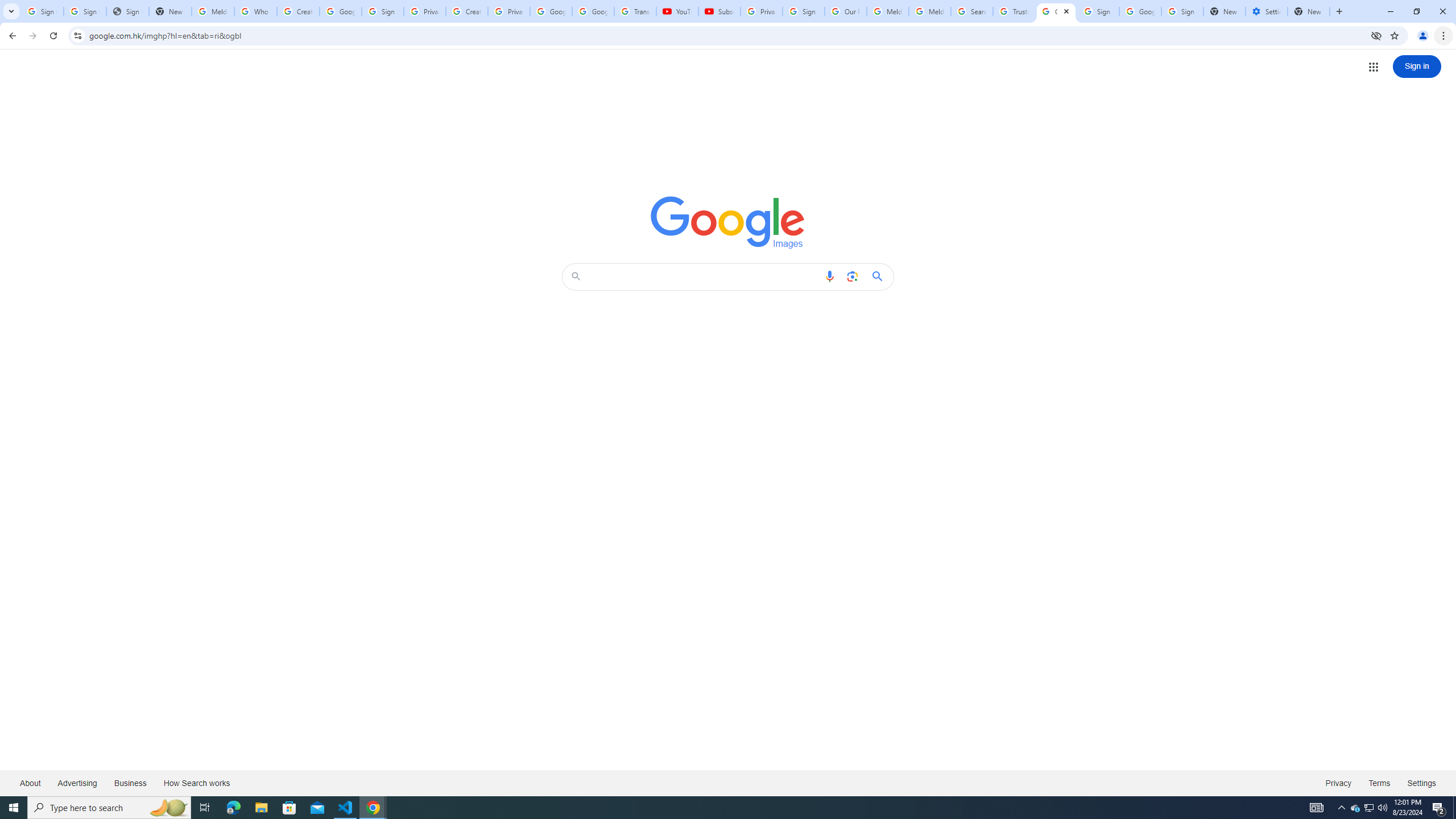 The height and width of the screenshot is (819, 1456). Describe the element at coordinates (84, 11) in the screenshot. I see `'Sign in - Google Accounts'` at that location.